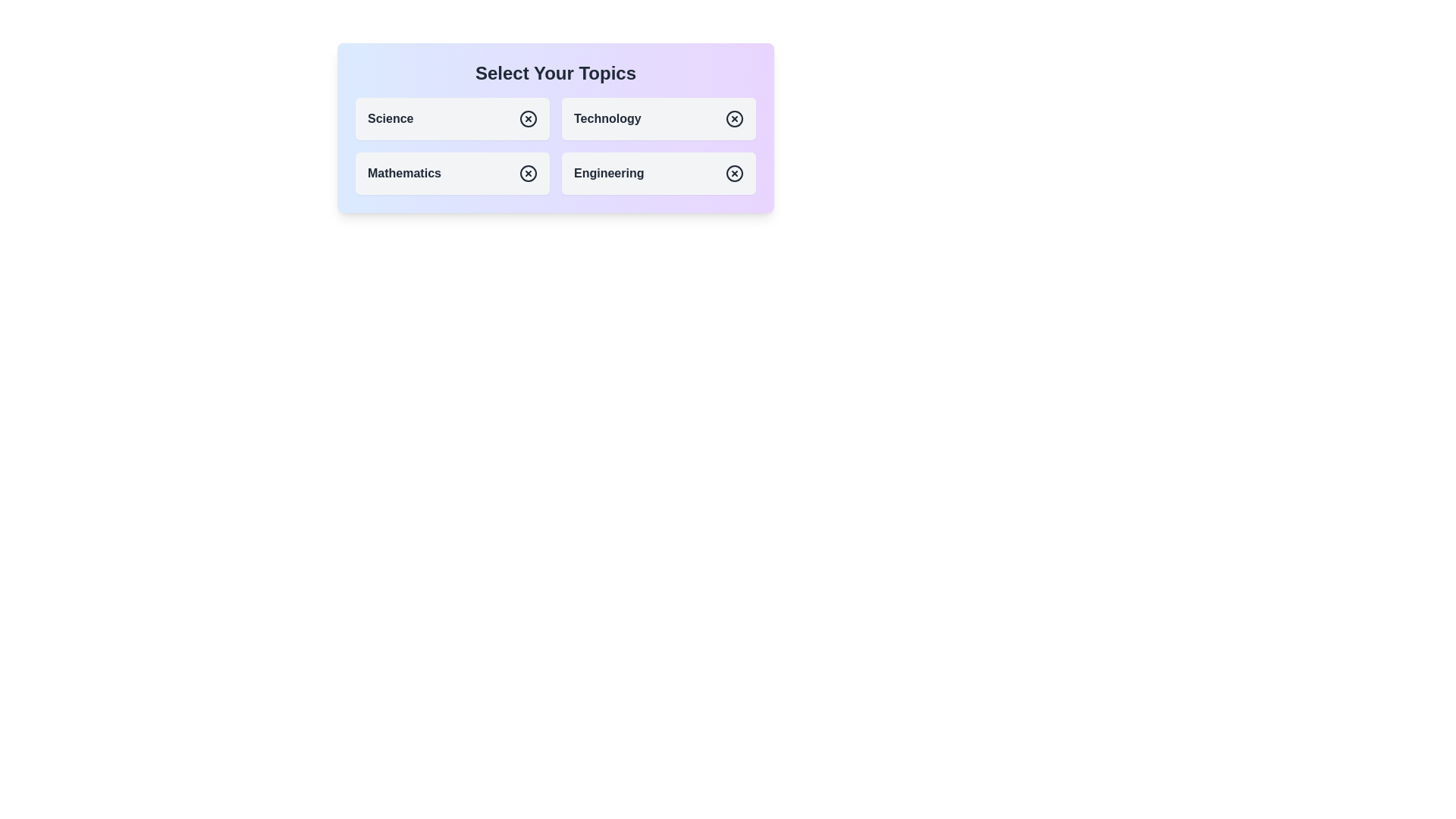 The image size is (1456, 819). What do you see at coordinates (658, 118) in the screenshot?
I see `the topic Technology by clicking on it` at bounding box center [658, 118].